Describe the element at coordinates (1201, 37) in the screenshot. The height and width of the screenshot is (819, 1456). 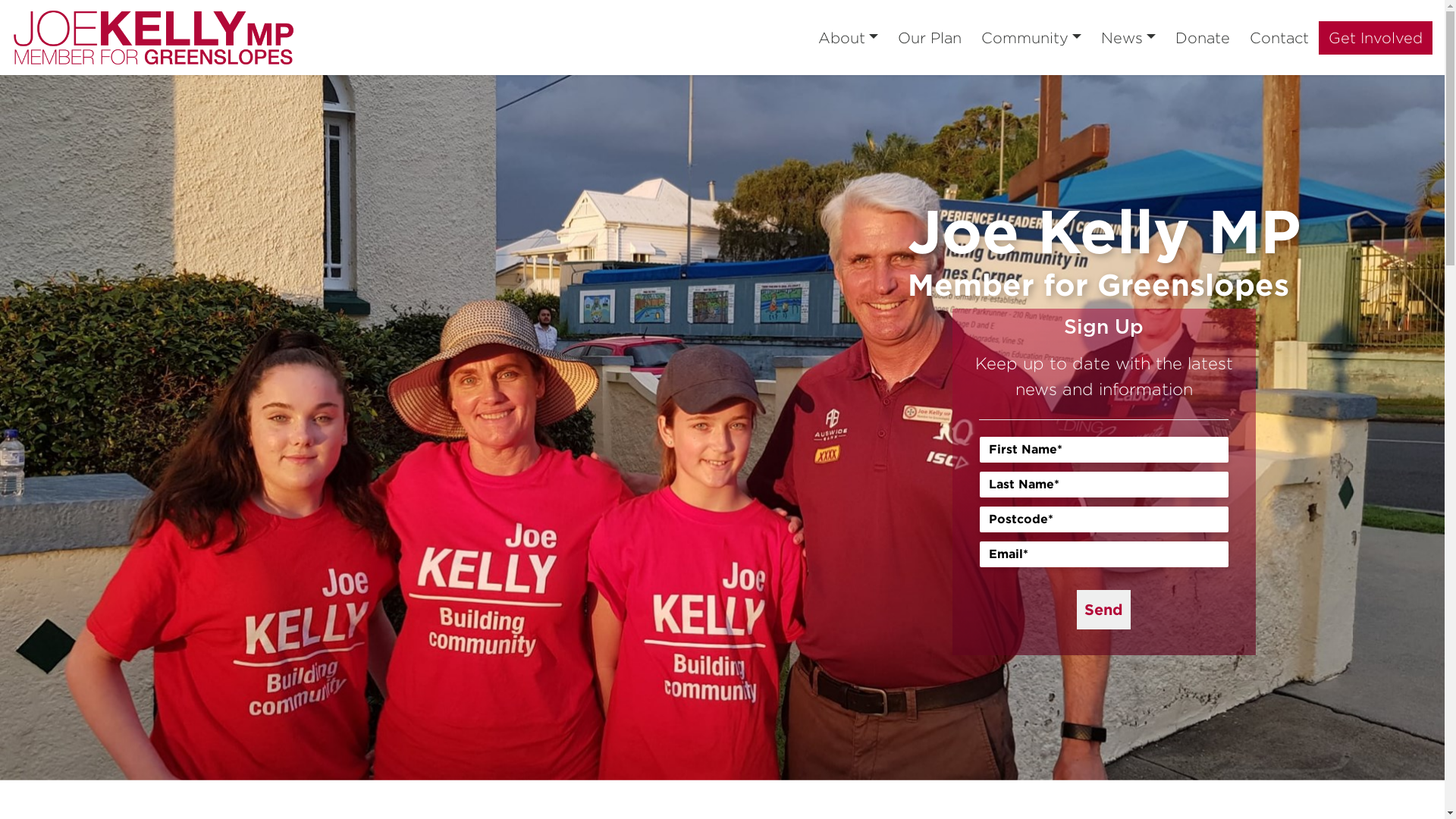
I see `'Donate'` at that location.